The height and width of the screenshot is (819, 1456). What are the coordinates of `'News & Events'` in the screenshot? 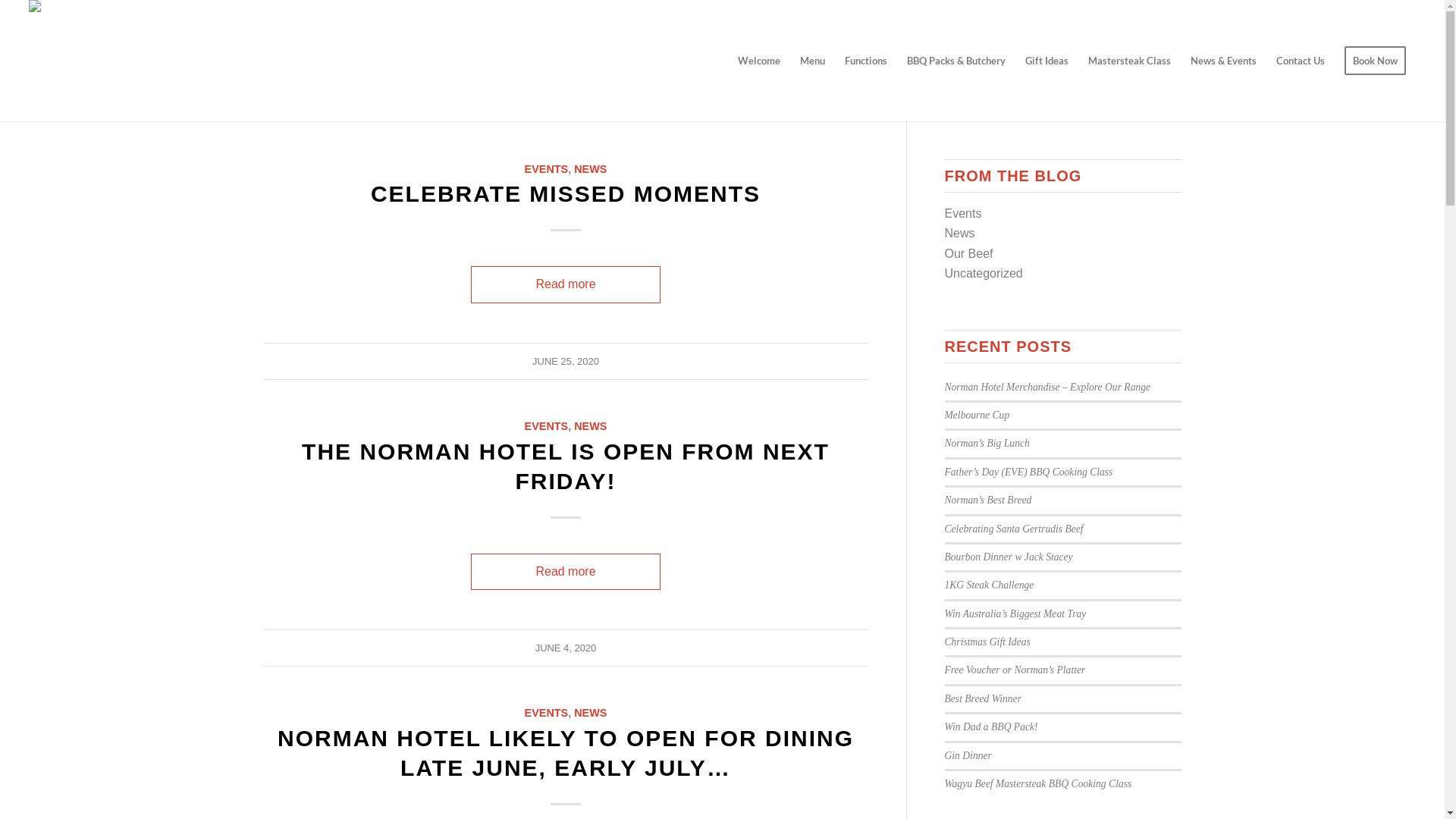 It's located at (1223, 60).